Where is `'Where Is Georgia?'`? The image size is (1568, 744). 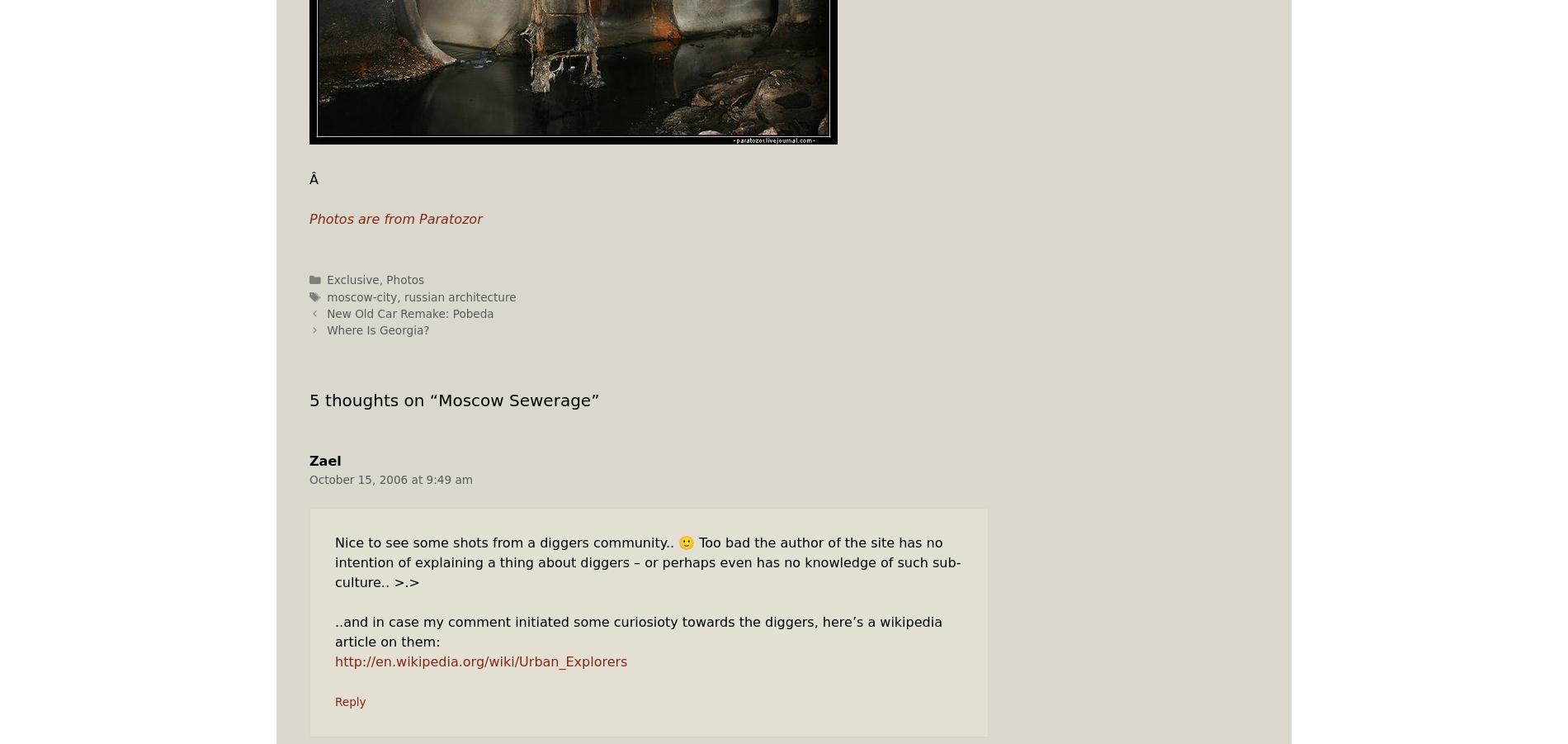 'Where Is Georgia?' is located at coordinates (377, 329).